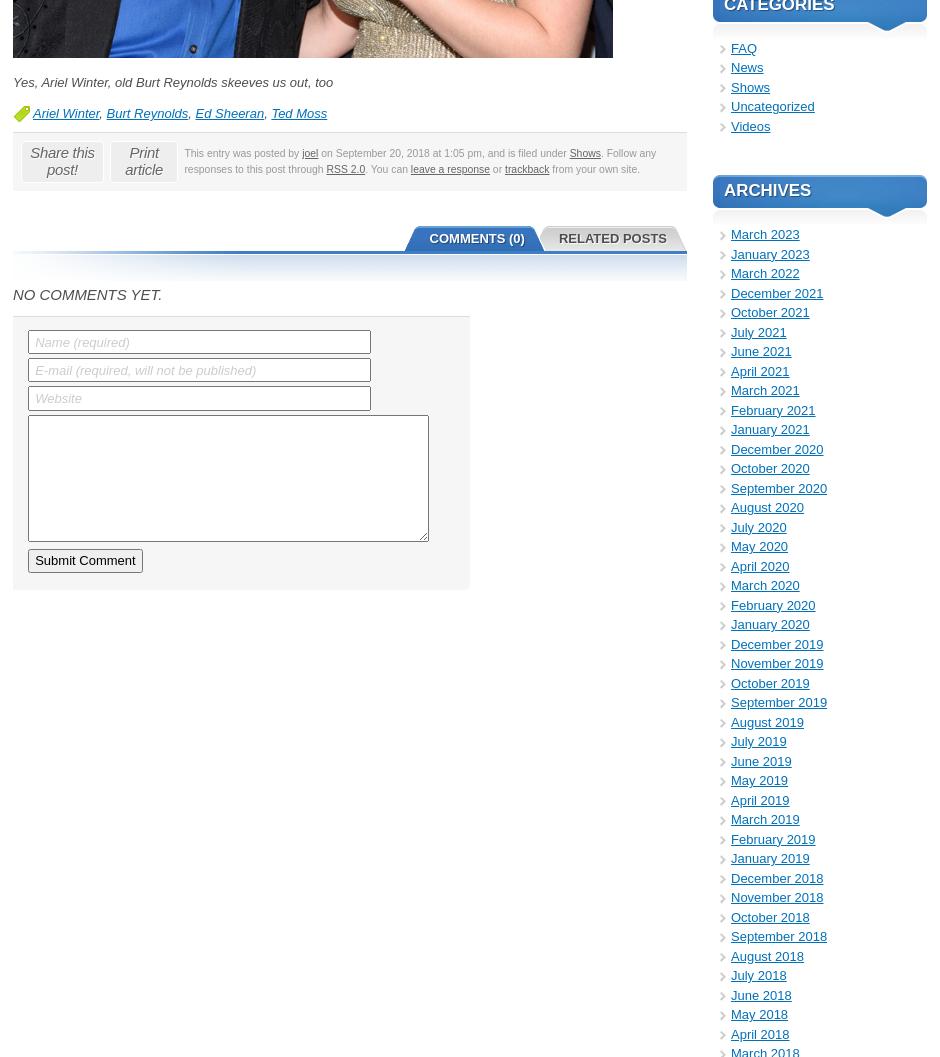 This screenshot has width=940, height=1057. What do you see at coordinates (731, 408) in the screenshot?
I see `'February 2021'` at bounding box center [731, 408].